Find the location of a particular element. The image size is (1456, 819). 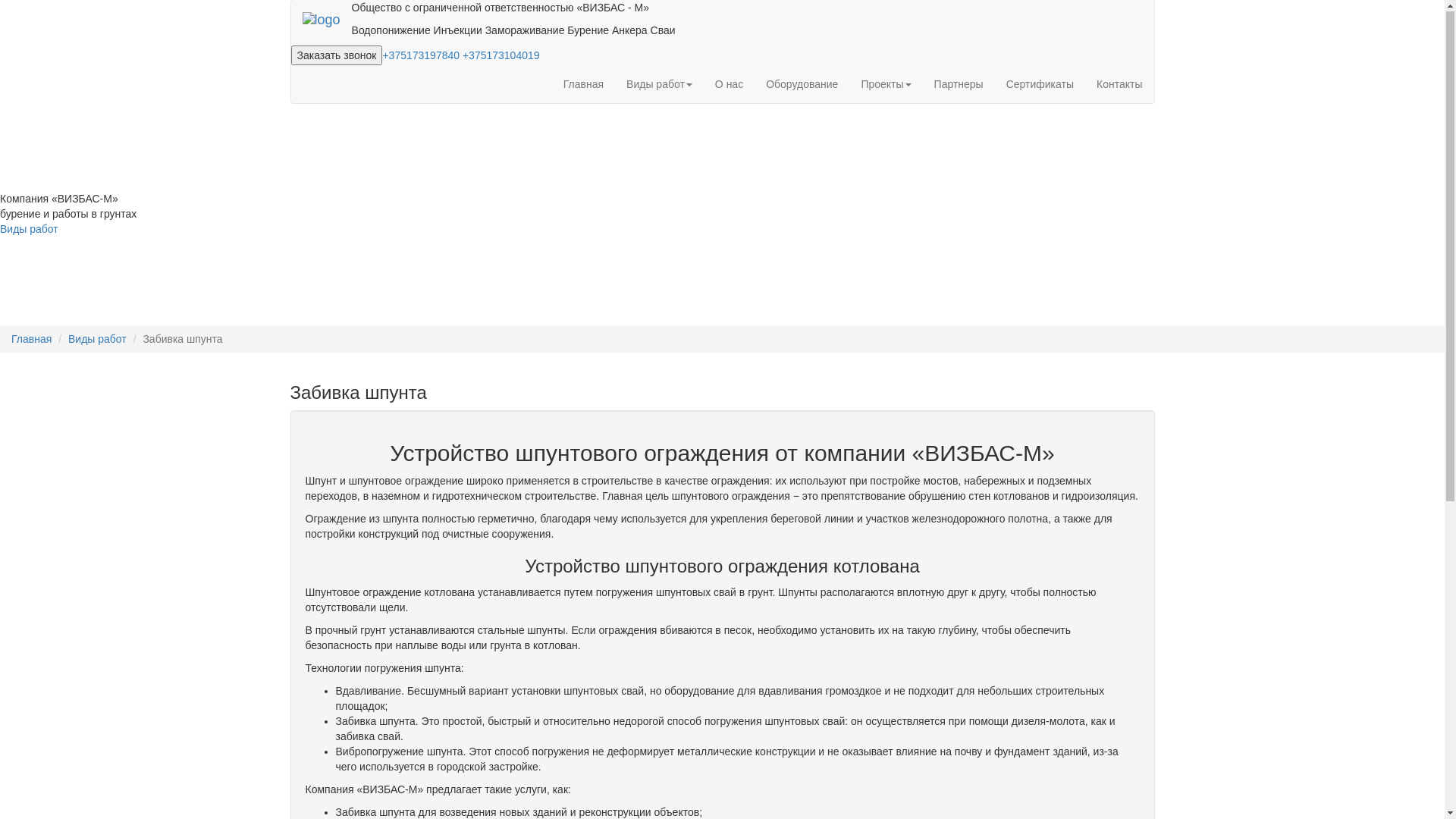

'+375173104019' is located at coordinates (501, 55).